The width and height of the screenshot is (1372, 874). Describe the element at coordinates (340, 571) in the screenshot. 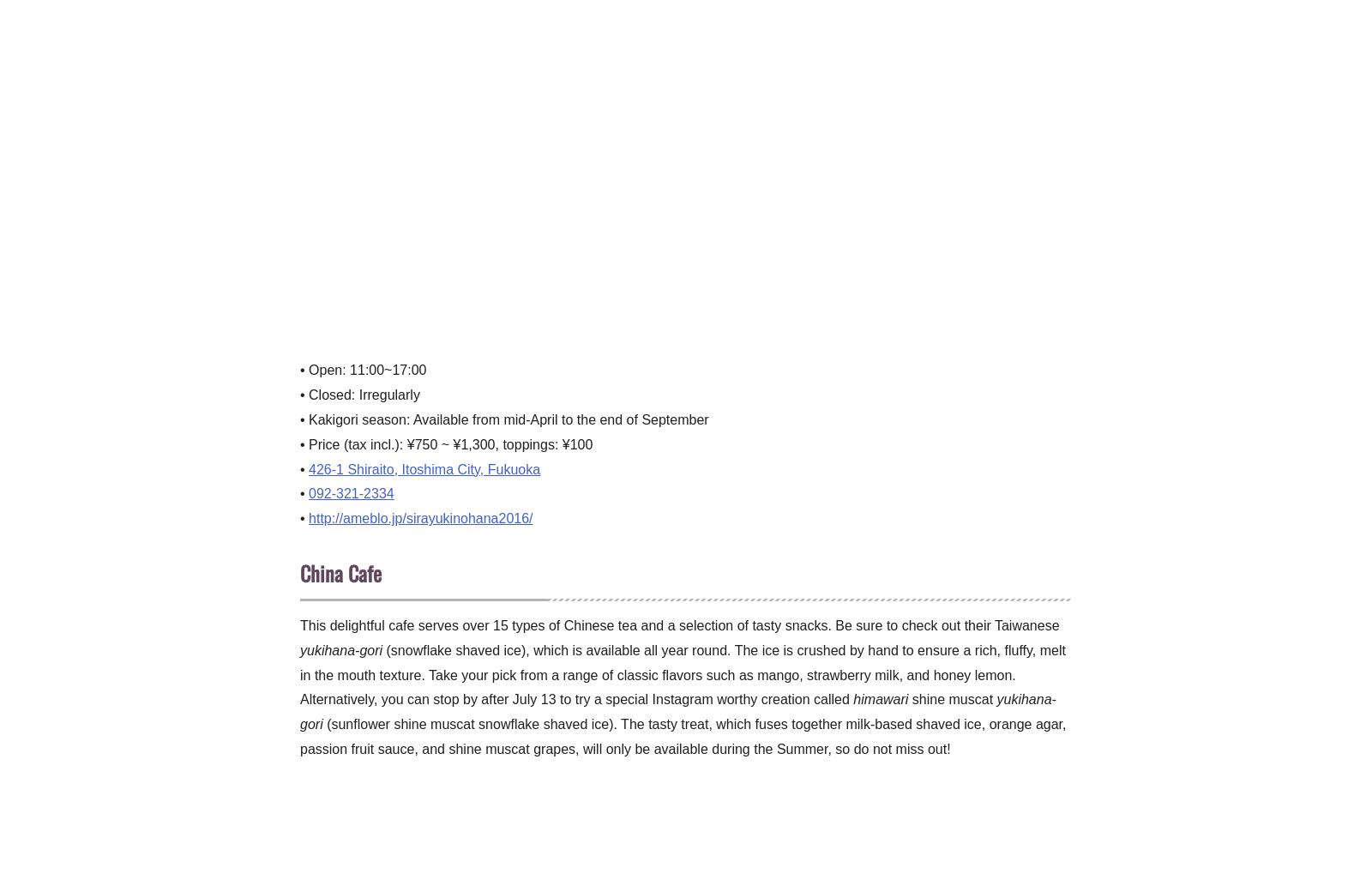

I see `'China Cafe'` at that location.